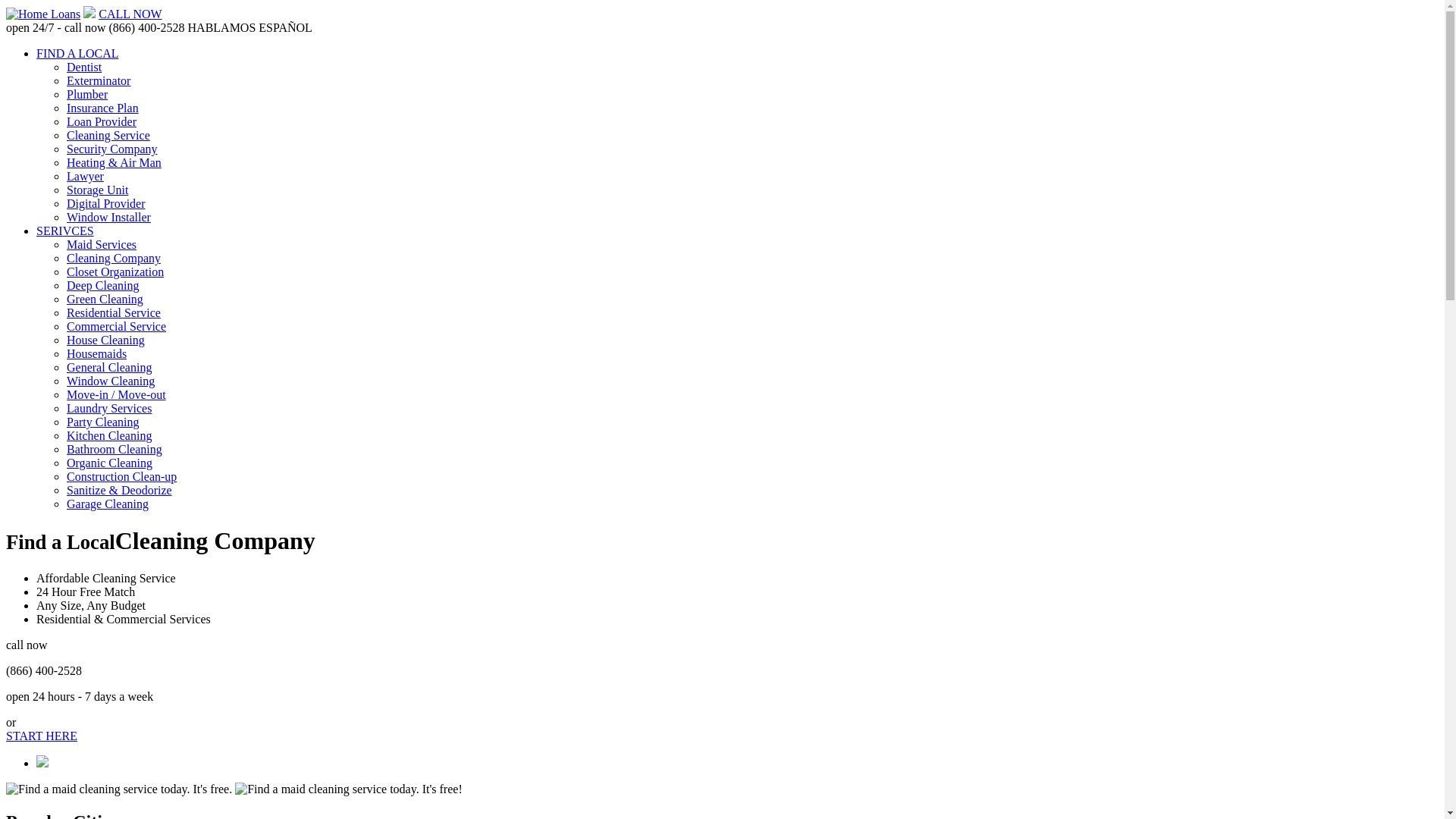  I want to click on 'Exterminator', so click(97, 80).